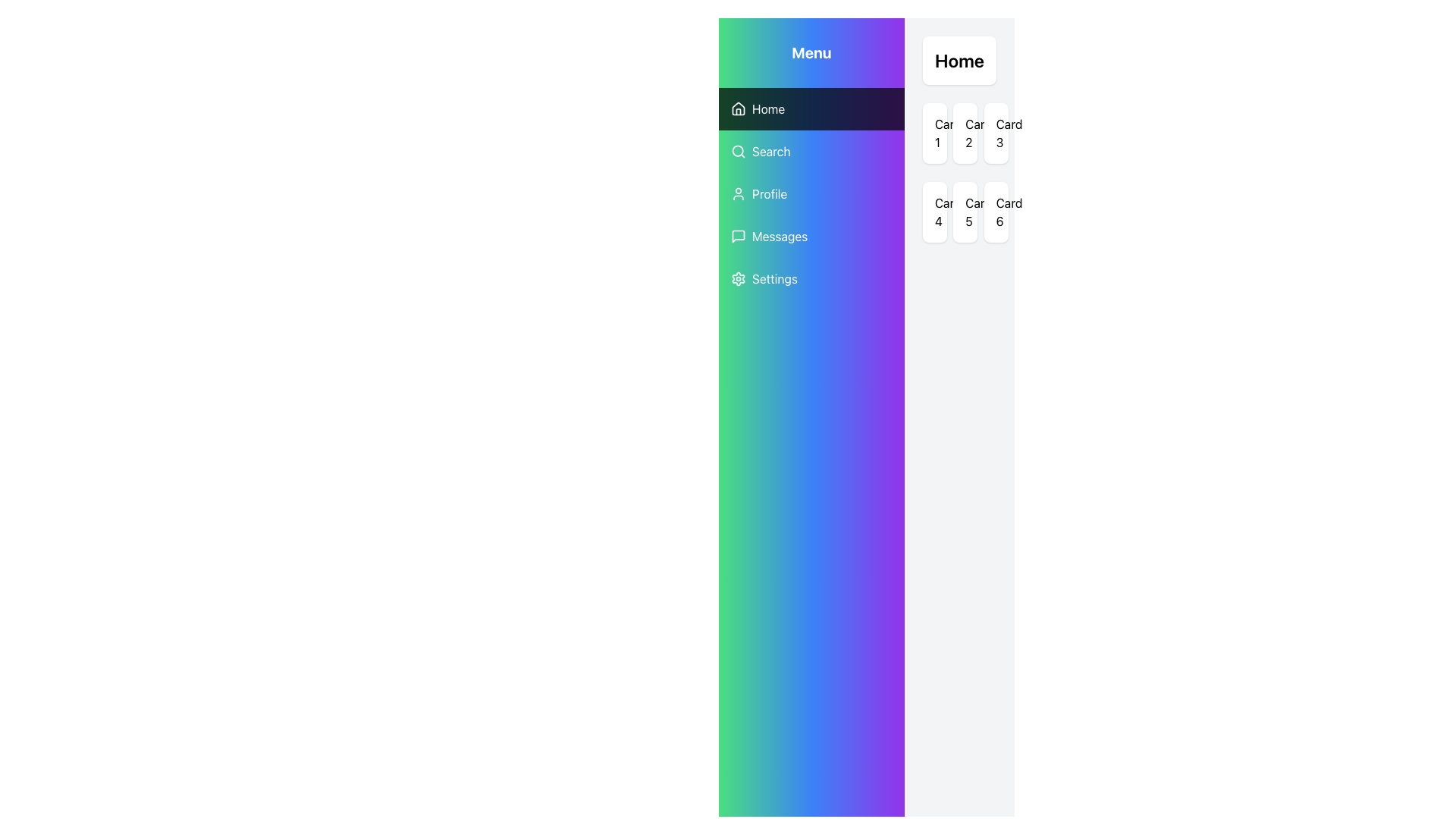 The width and height of the screenshot is (1456, 819). Describe the element at coordinates (811, 52) in the screenshot. I see `the centered text component labeled 'Menu' displayed in bold font at the top of the sidebar with a gradient background transitioning from green to purple` at that location.